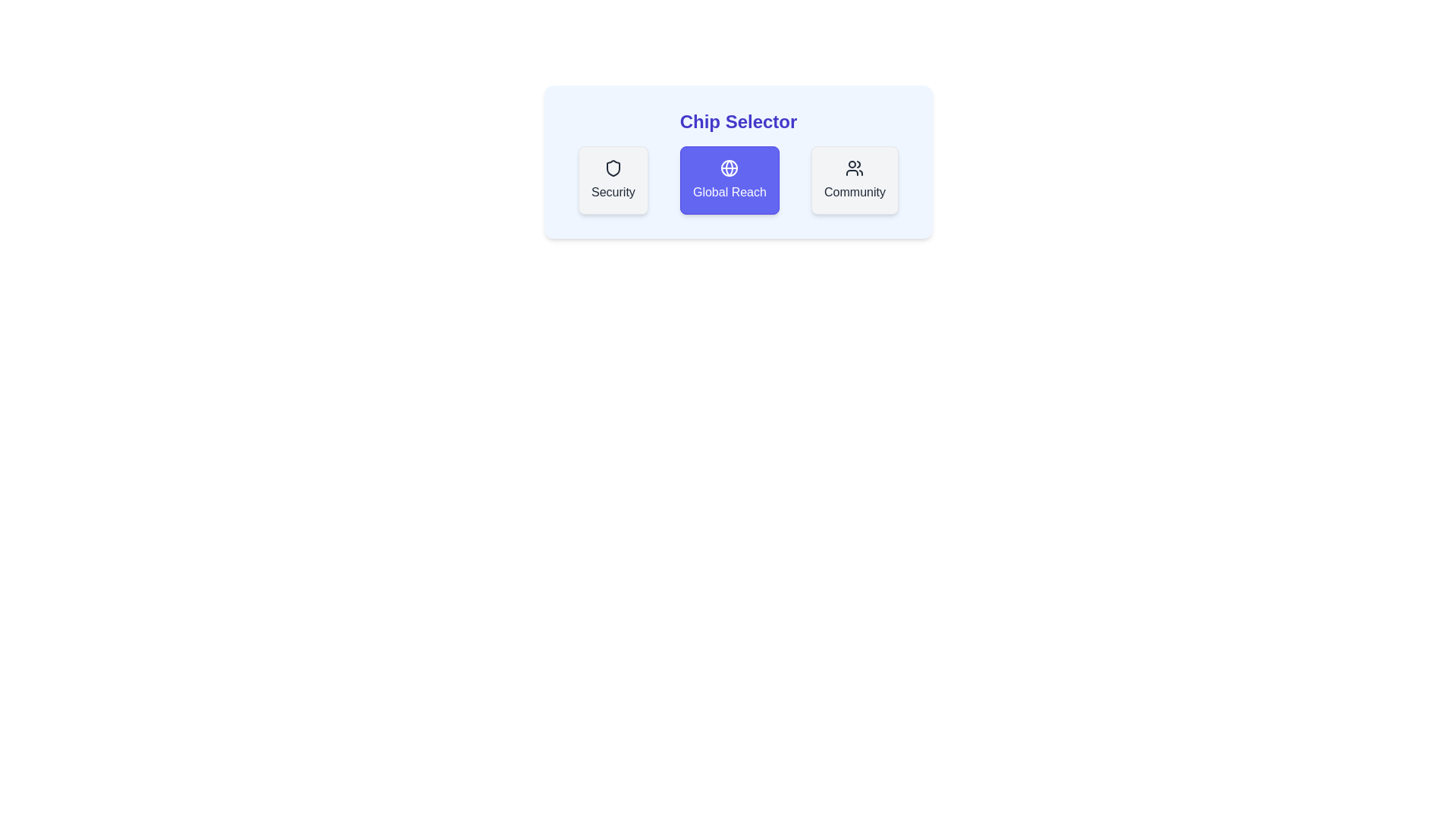 The width and height of the screenshot is (1456, 819). I want to click on the chip labeled Global Reach, so click(730, 180).